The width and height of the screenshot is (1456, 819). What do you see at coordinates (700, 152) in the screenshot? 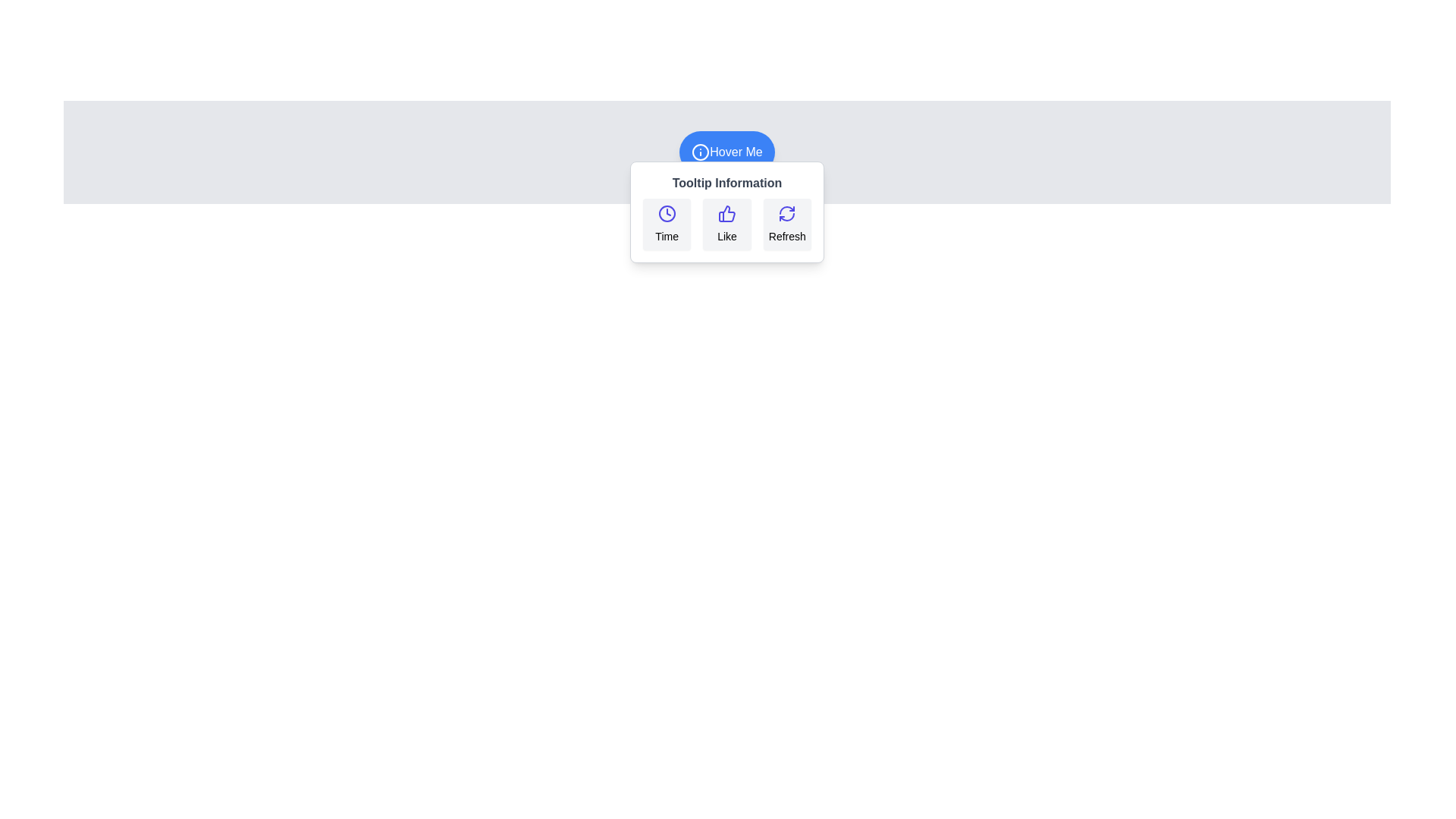
I see `the decorative icon located within the 'Hover Me' button, positioned at the top-center of the interface, to convey additional context or information regarding the button's purpose` at bounding box center [700, 152].